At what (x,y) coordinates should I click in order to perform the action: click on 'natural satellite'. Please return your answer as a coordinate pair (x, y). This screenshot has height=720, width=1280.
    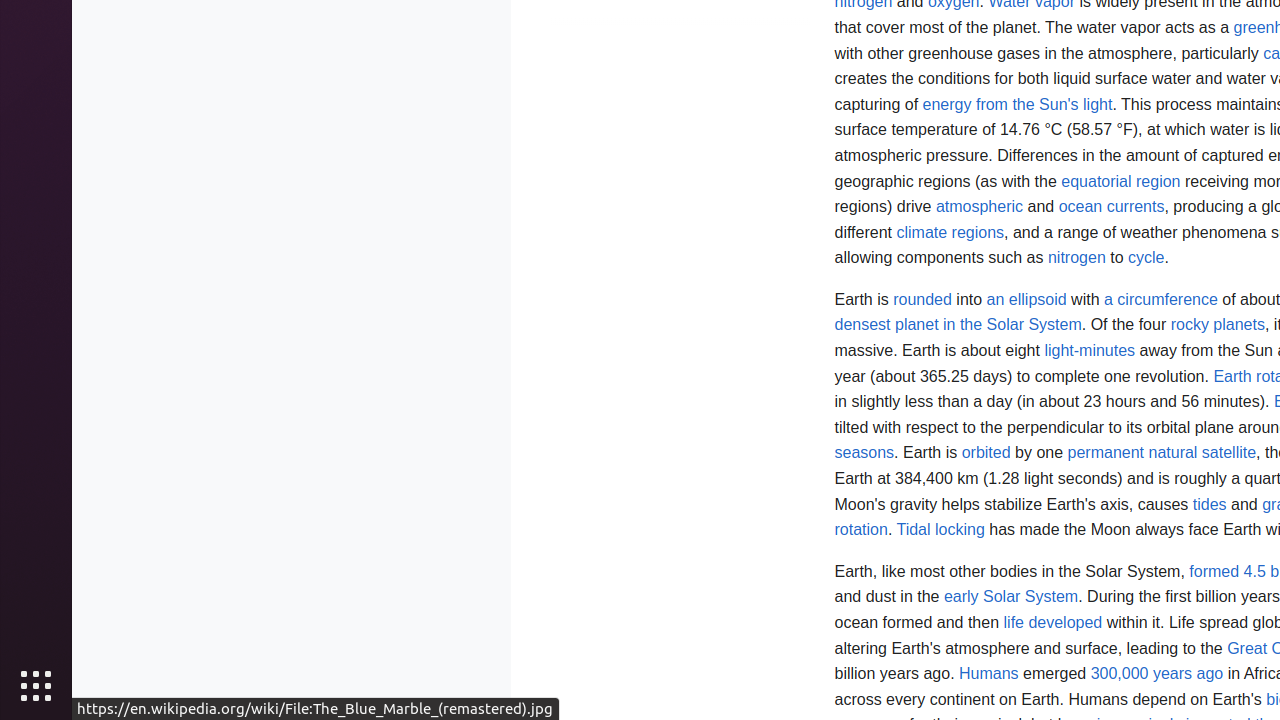
    Looking at the image, I should click on (1201, 453).